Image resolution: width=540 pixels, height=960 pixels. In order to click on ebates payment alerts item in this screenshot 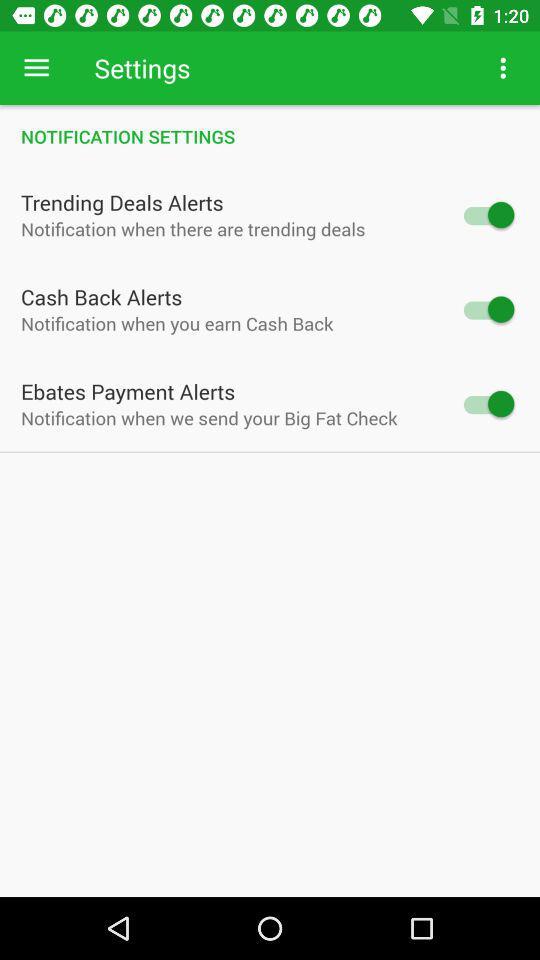, I will do `click(128, 390)`.